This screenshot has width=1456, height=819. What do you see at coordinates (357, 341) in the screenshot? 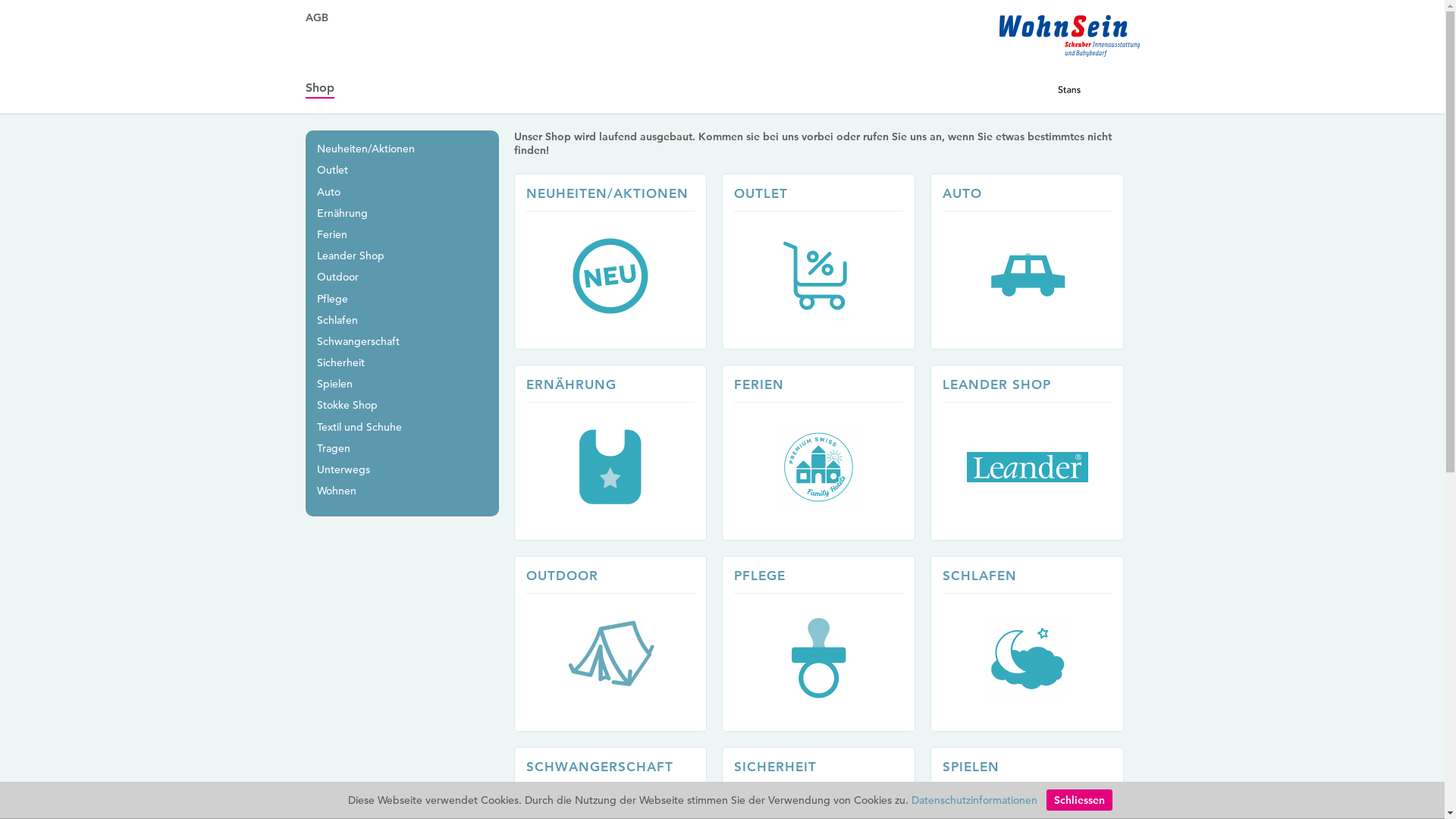
I see `'Schwangerschaft'` at bounding box center [357, 341].